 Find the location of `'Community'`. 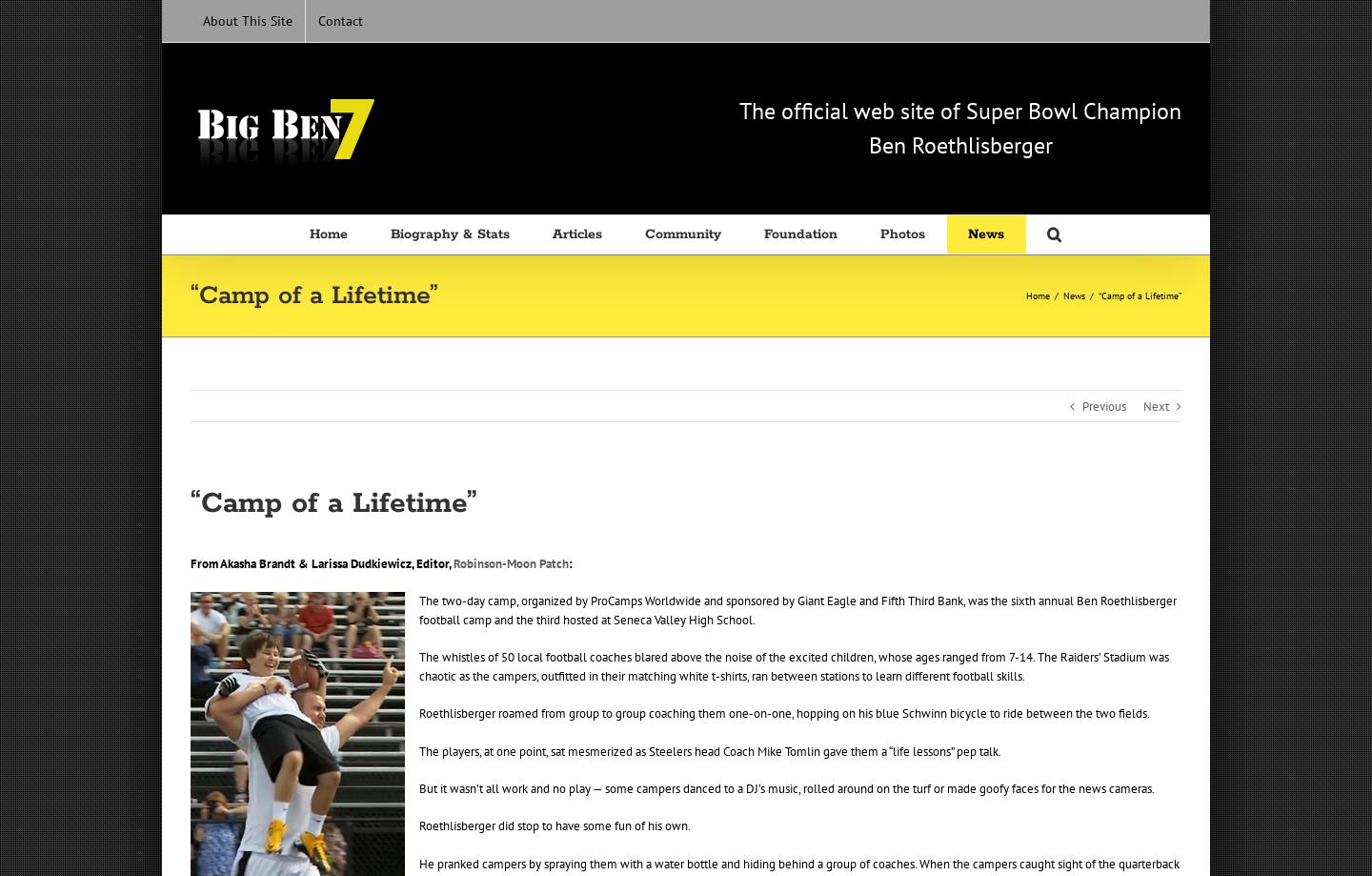

'Community' is located at coordinates (682, 234).